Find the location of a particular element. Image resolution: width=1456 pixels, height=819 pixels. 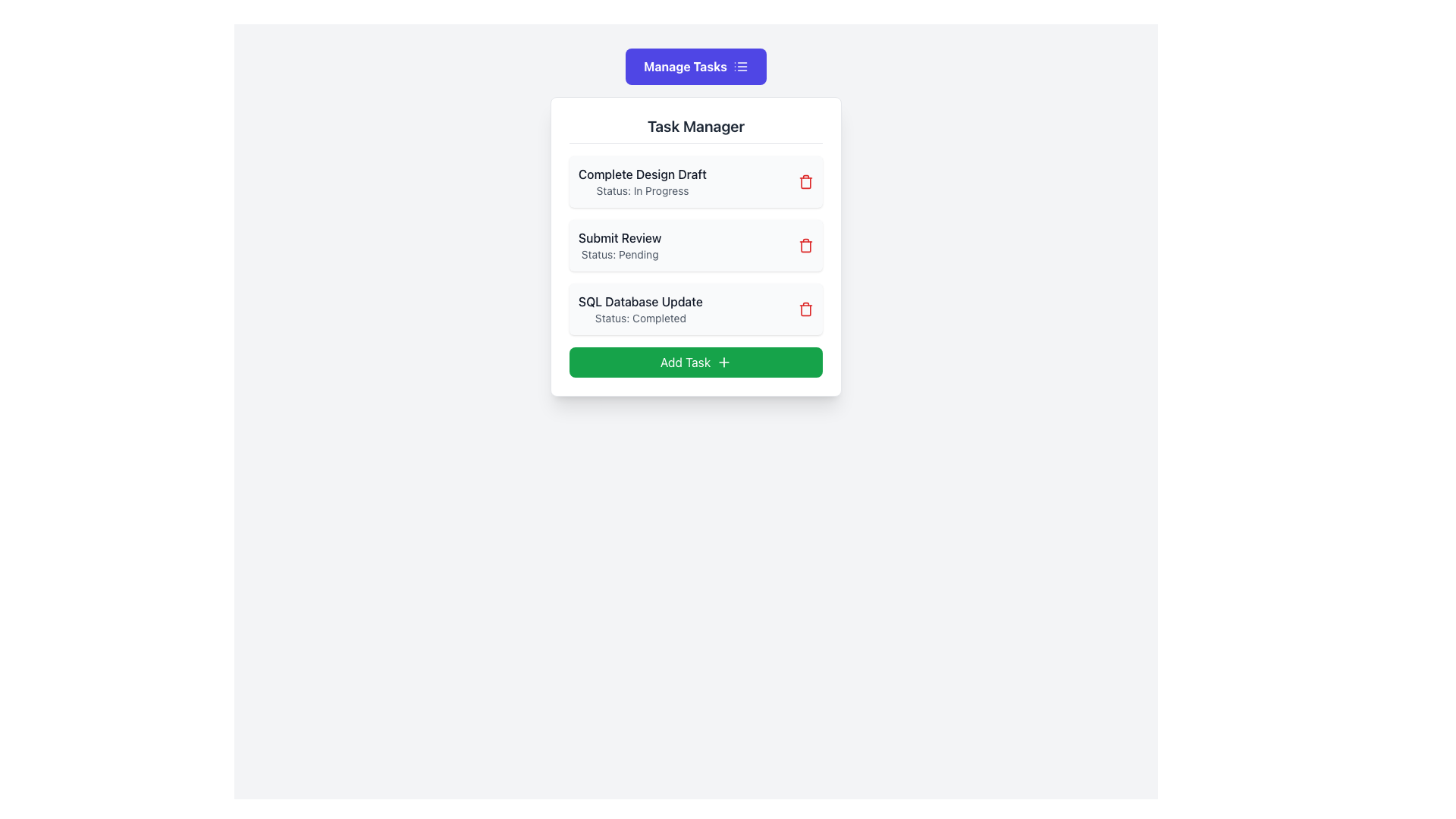

the icon located to the right side of the 'Add Task' button is located at coordinates (723, 362).